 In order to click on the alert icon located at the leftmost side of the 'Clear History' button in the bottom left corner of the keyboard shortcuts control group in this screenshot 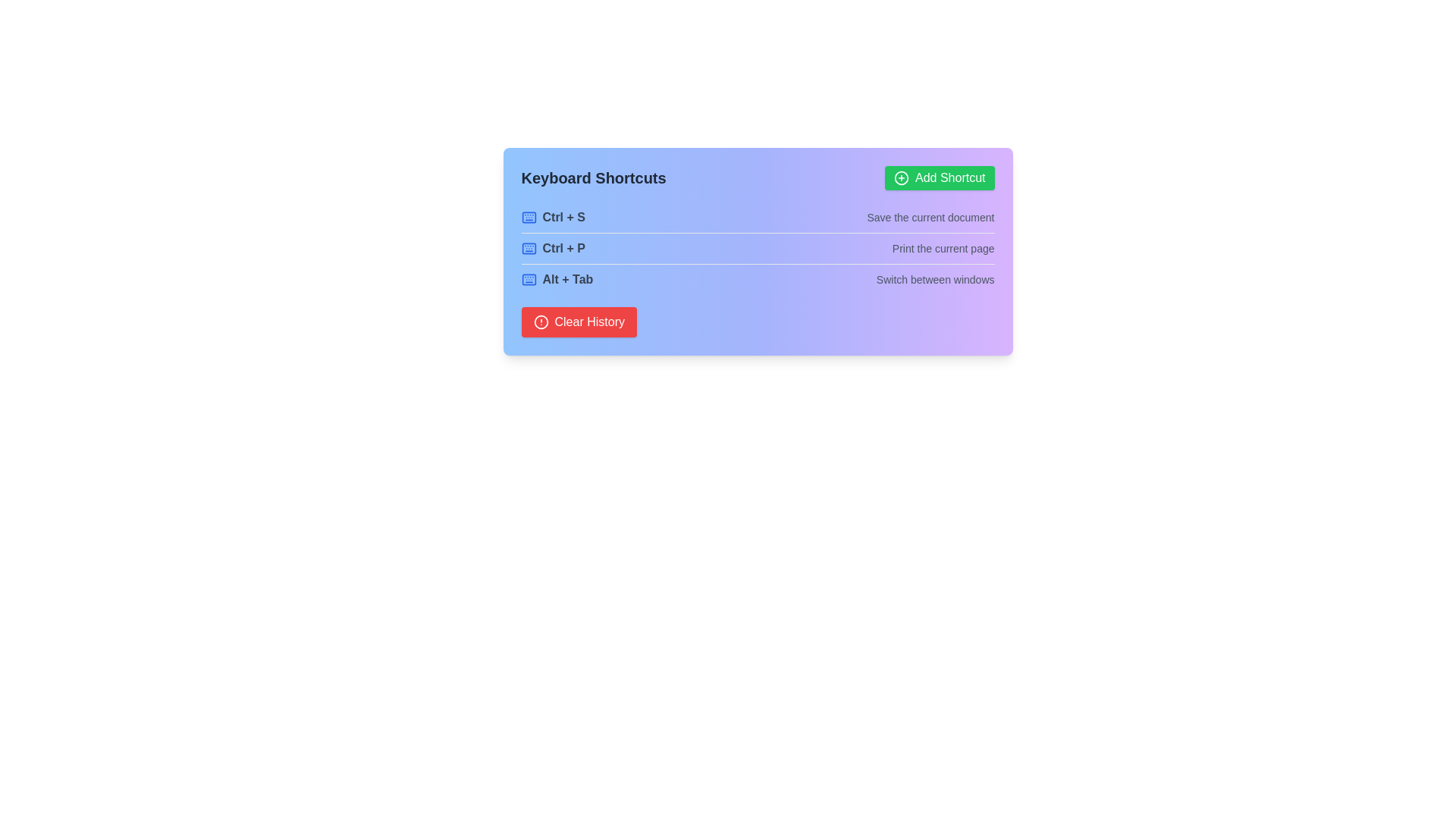, I will do `click(541, 321)`.